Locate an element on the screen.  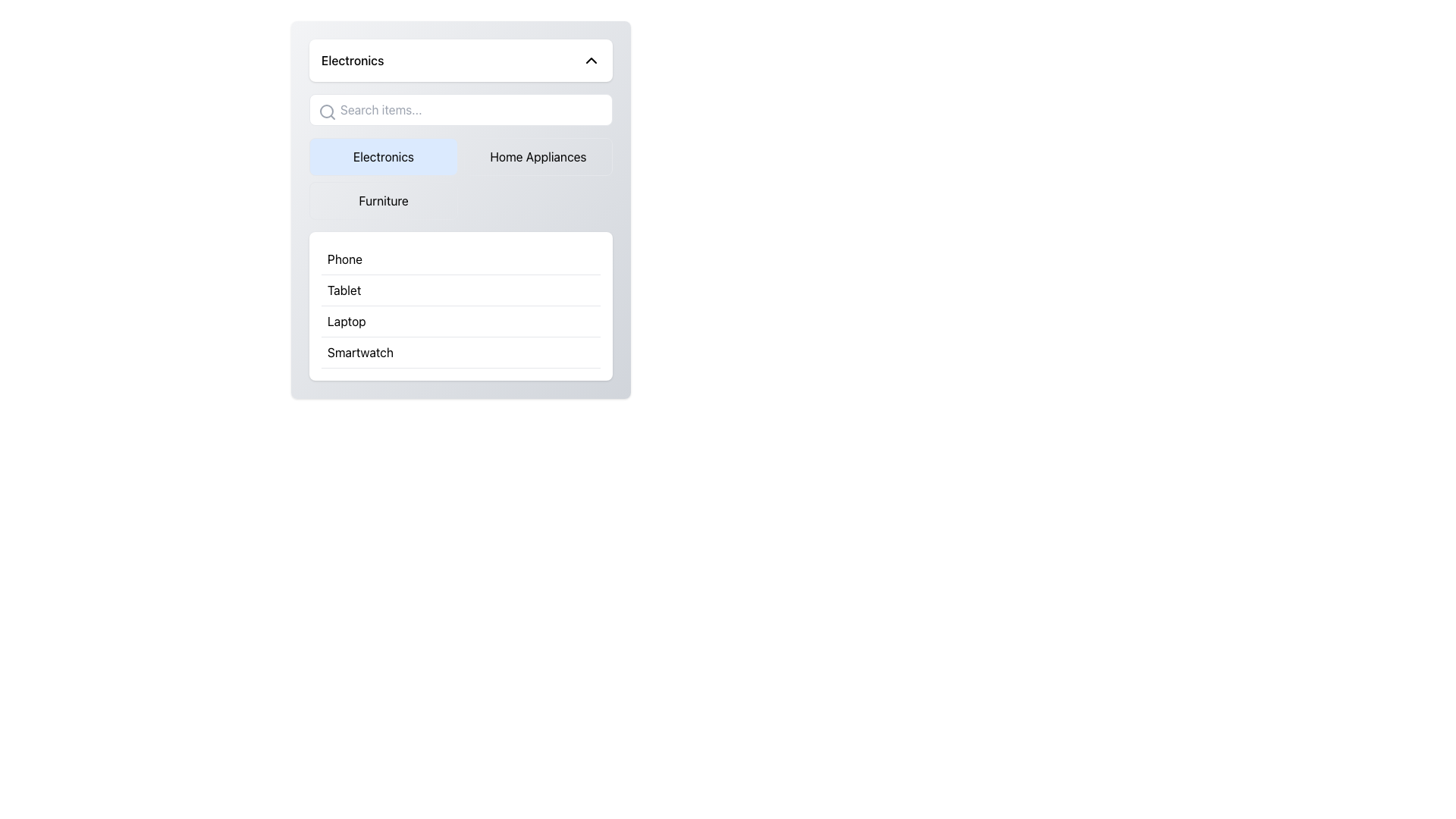
the 'Furniture' button, which is a rectangular button with a light background and black text, located in the bottom-left section of a grid layout, directly below the 'Electronics' button is located at coordinates (383, 200).